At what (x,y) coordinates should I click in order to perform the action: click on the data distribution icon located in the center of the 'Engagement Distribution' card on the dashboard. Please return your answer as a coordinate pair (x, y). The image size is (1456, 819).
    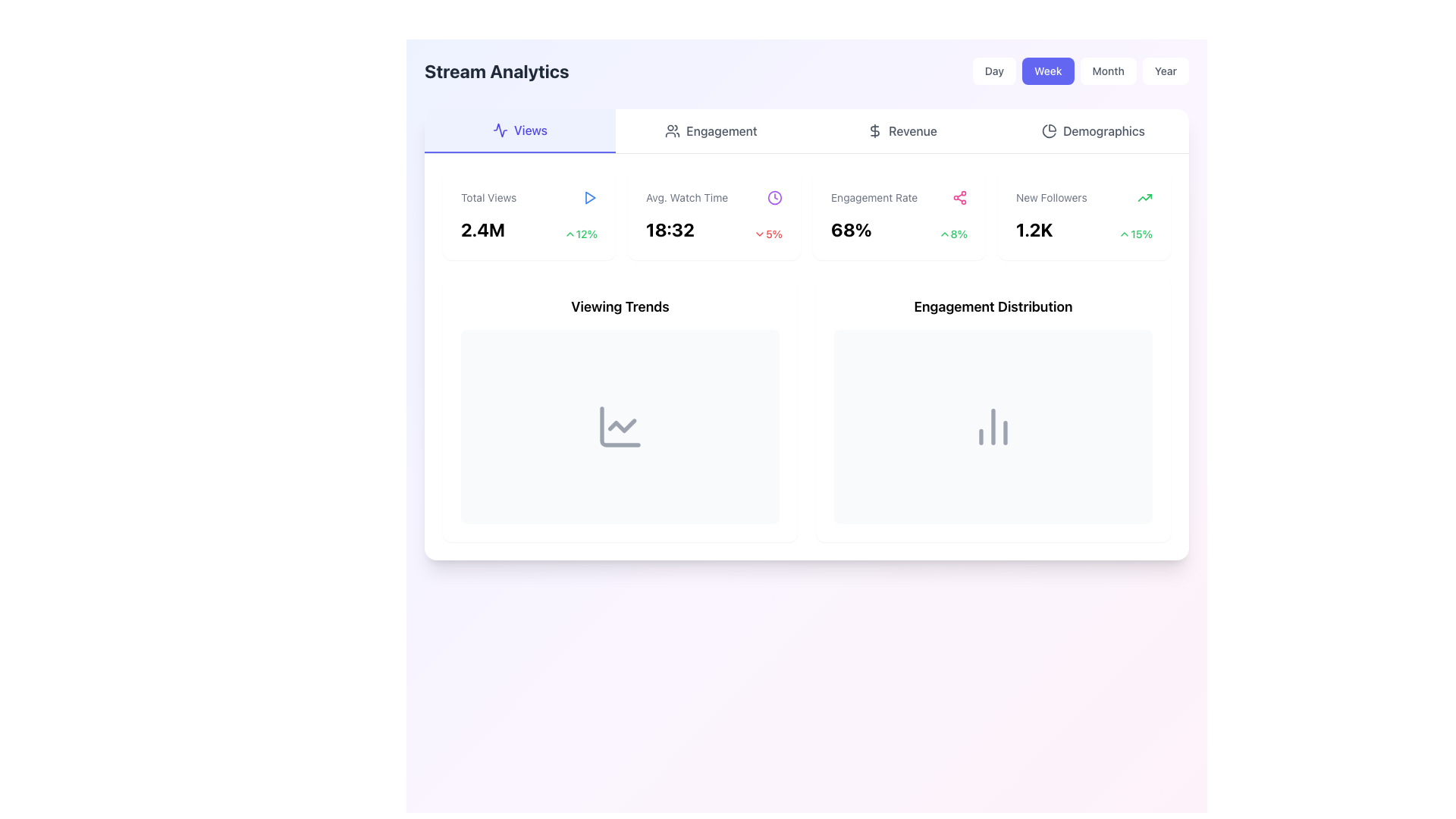
    Looking at the image, I should click on (993, 427).